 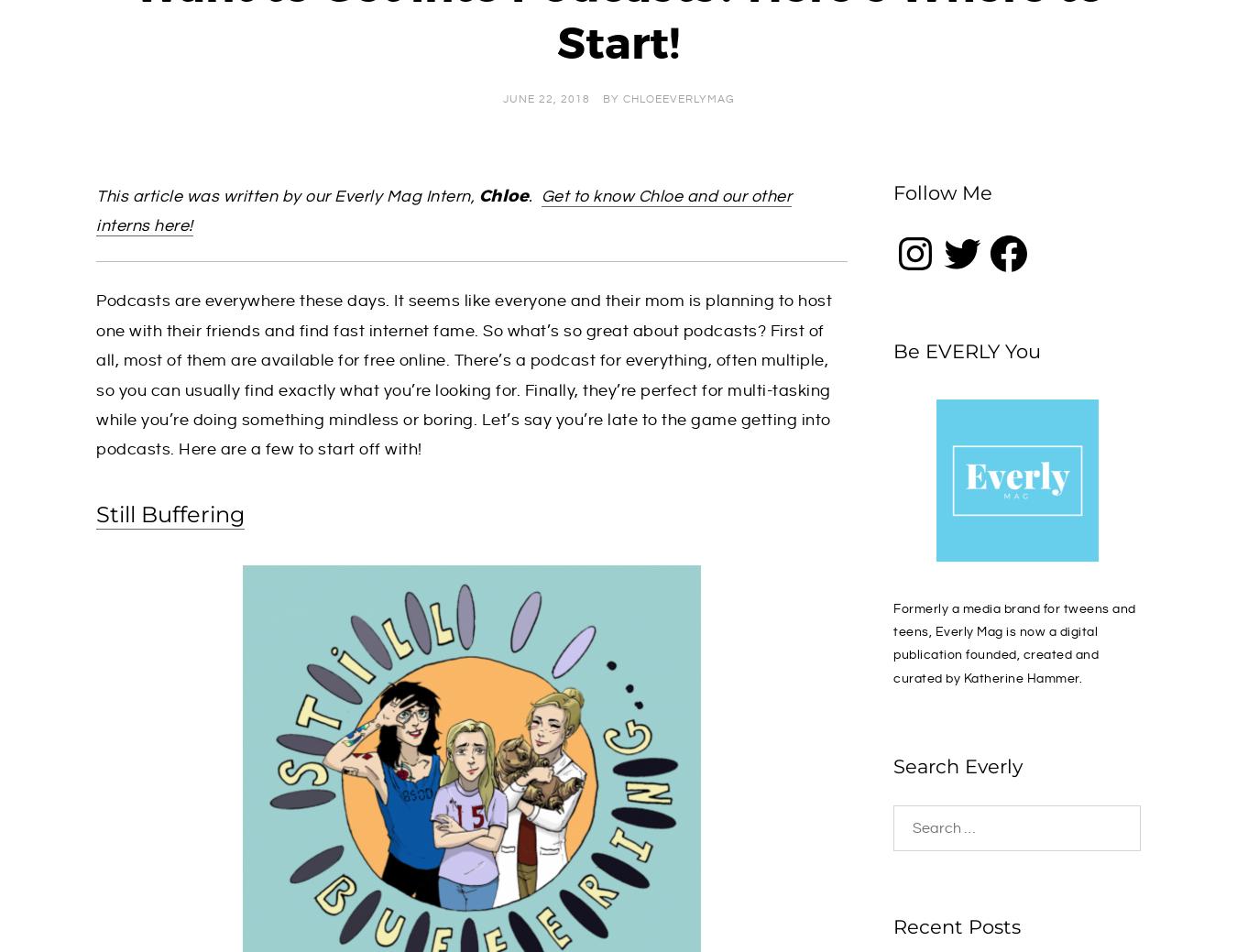 I want to click on 'Still Buffering', so click(x=170, y=513).